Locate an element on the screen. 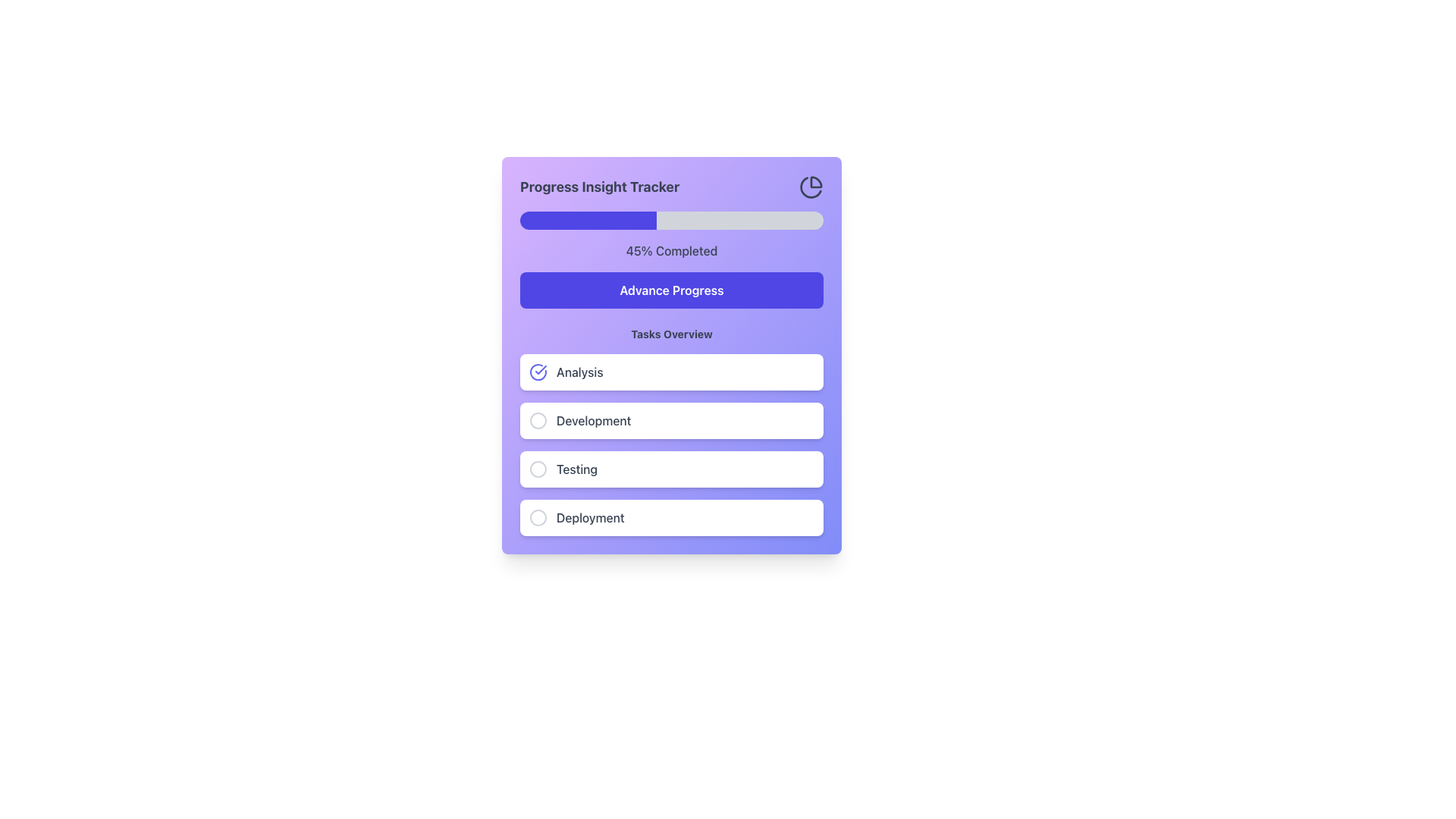  the 'Deployment' button located in the 'Tasks Overview' section is located at coordinates (671, 516).